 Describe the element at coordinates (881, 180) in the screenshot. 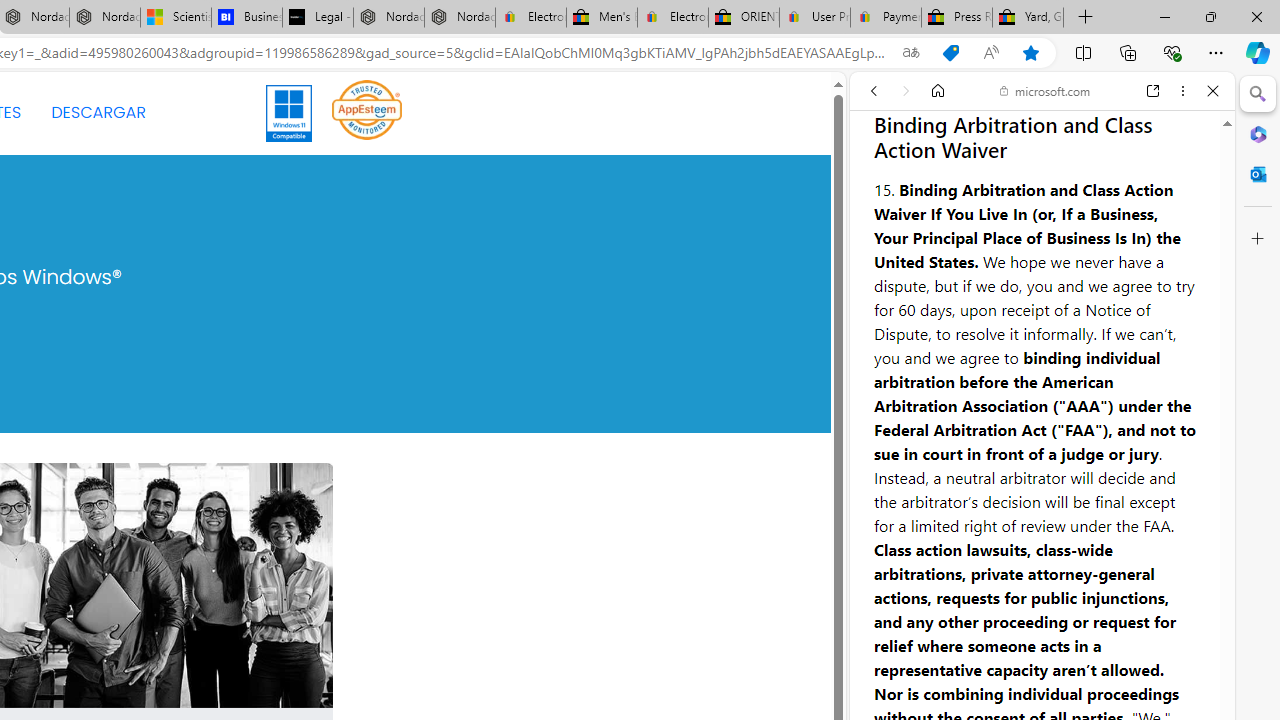

I see `'Web scope'` at that location.